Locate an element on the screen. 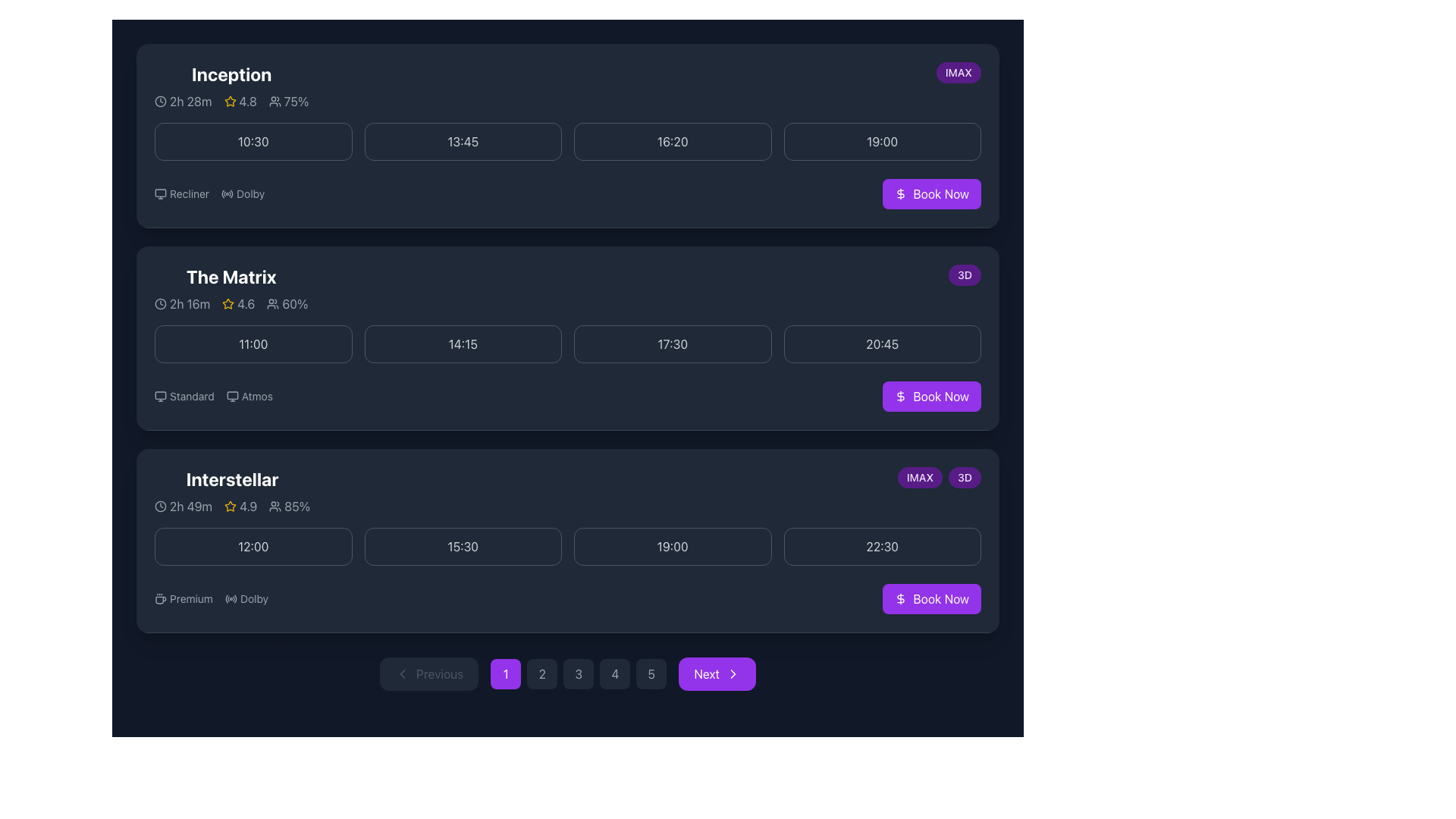 This screenshot has width=1456, height=819. the purple square button with a white '1' on it is located at coordinates (506, 673).